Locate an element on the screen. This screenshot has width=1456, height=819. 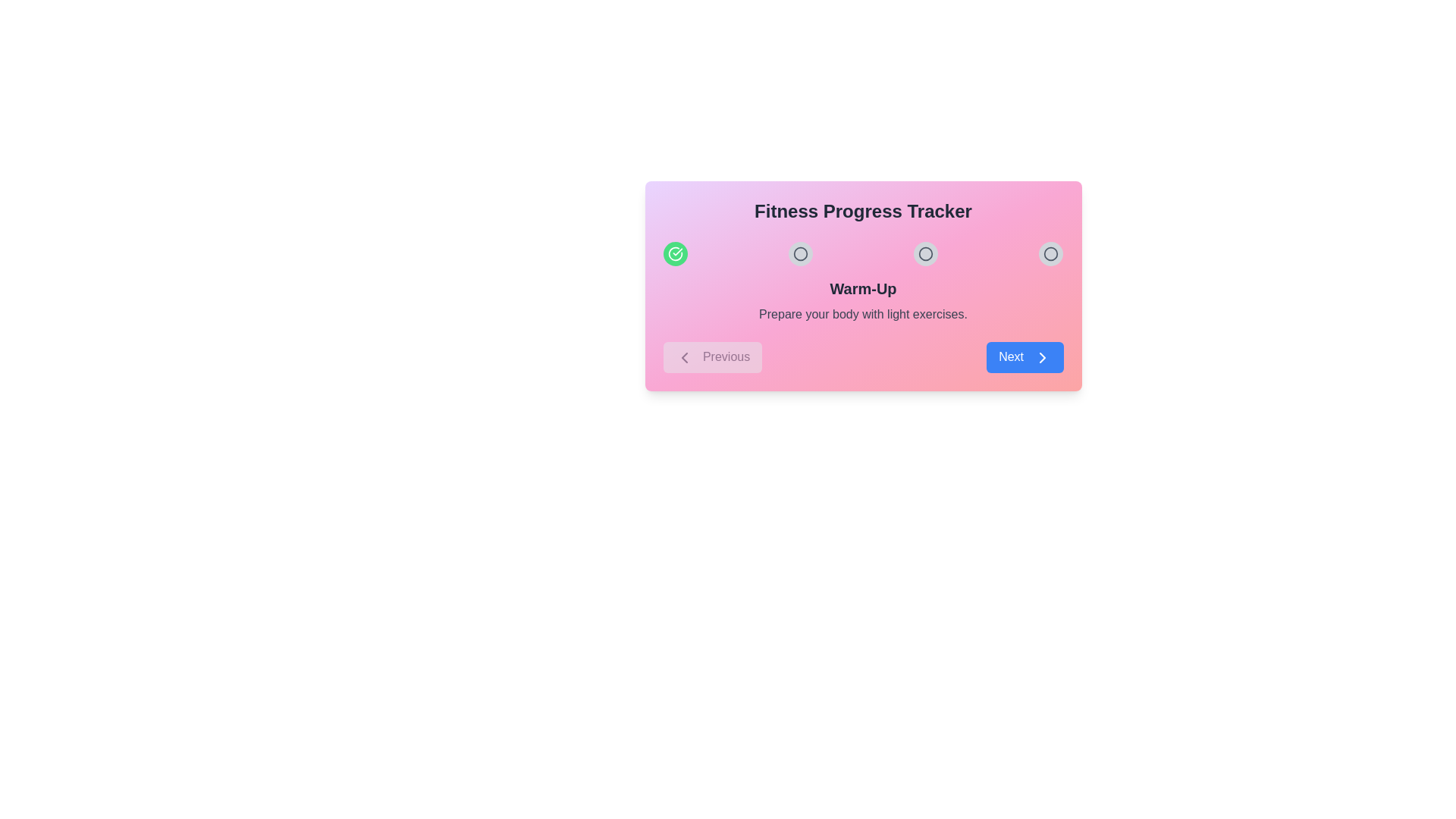
the text displaying 'Prepare your body with light exercises.' which is positioned under the 'Warm-Up' heading is located at coordinates (863, 314).